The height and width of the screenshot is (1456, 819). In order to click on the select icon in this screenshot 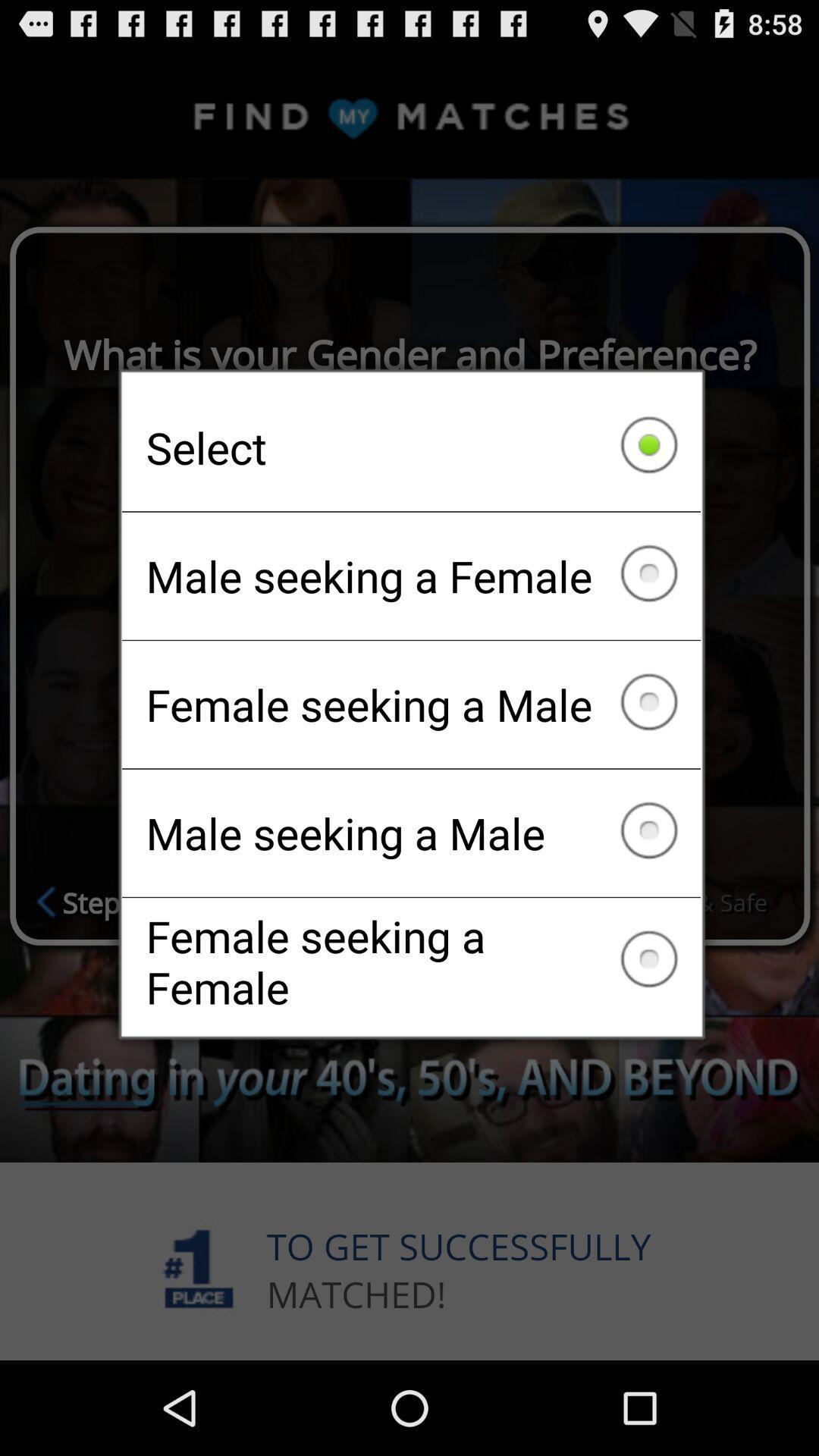, I will do `click(411, 447)`.